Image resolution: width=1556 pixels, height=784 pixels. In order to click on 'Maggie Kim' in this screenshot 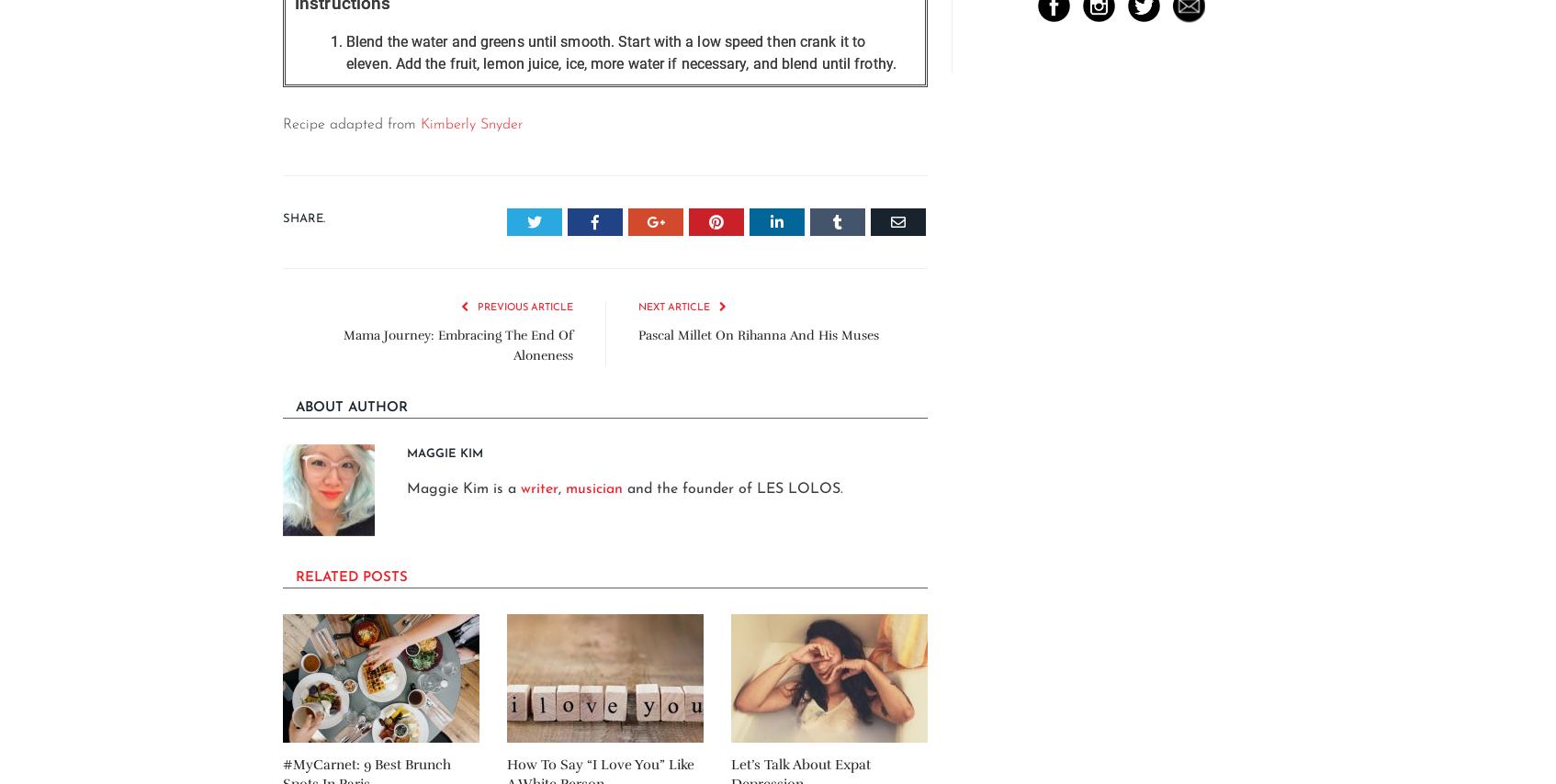, I will do `click(445, 452)`.